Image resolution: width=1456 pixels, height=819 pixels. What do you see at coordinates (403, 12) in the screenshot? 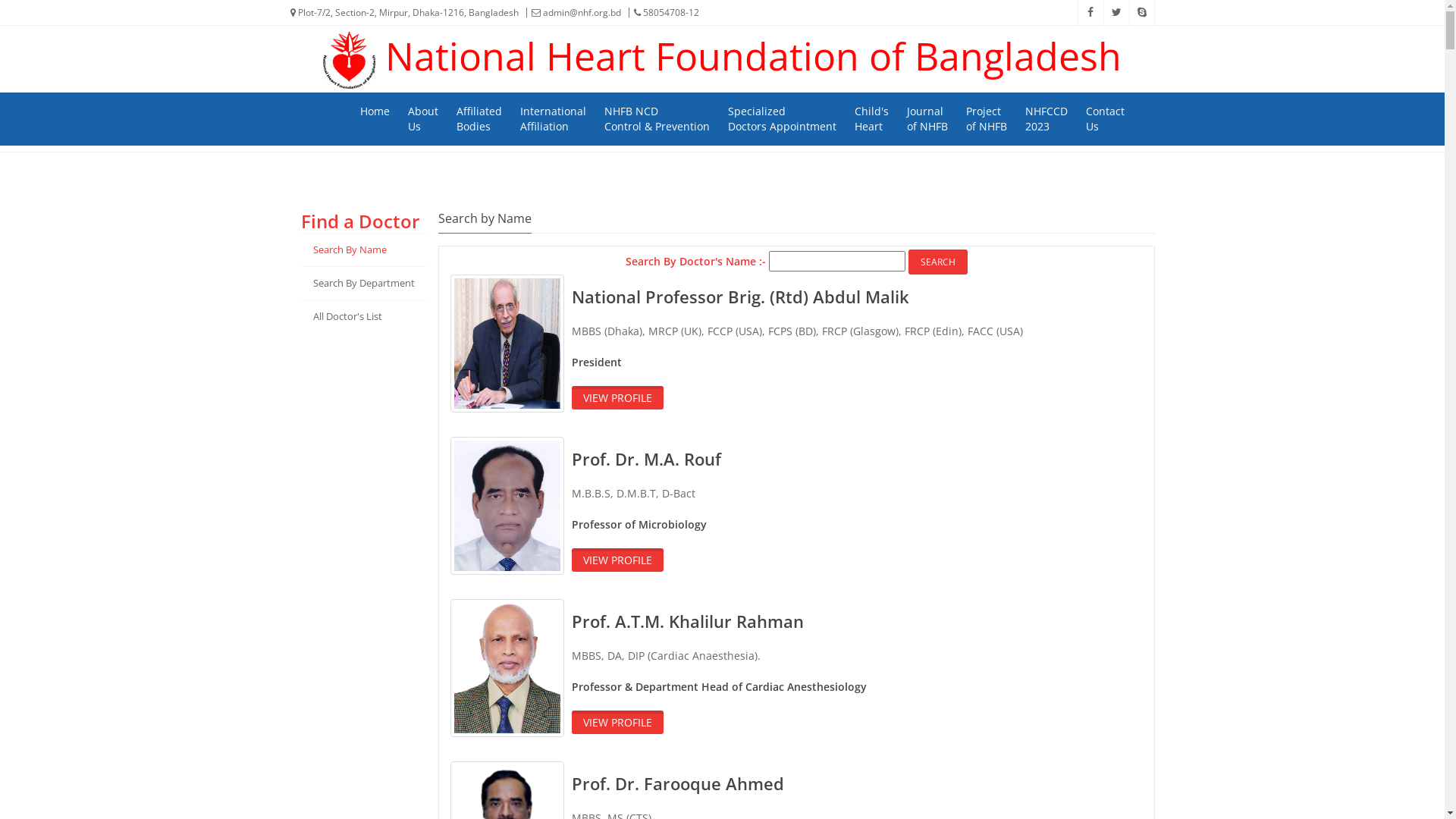
I see `'Plot-7/2, Section-2, Mirpur, Dhaka-1216, Bangladesh'` at bounding box center [403, 12].